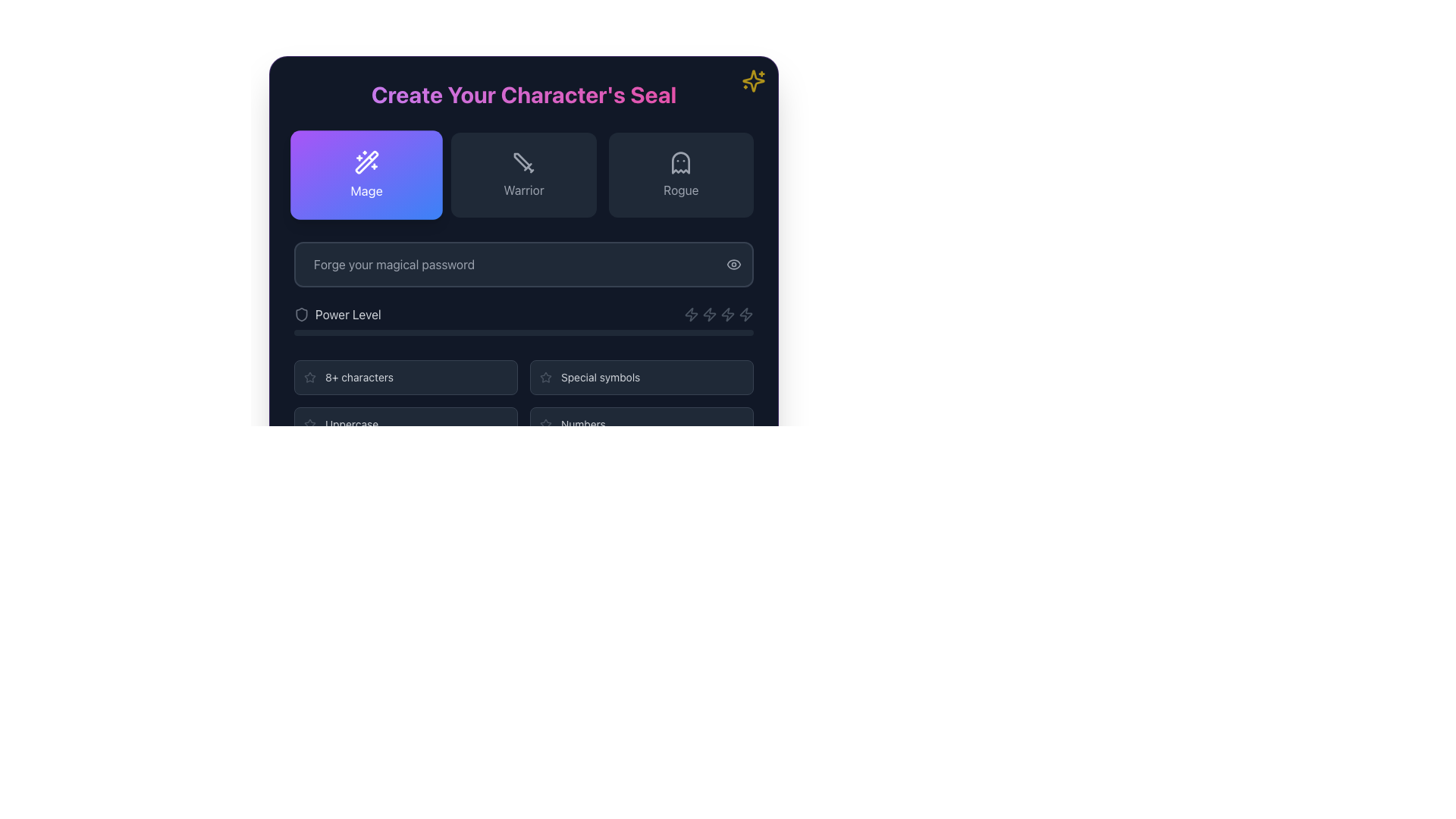  I want to click on the power energy icon, represented by a lightning bolt, located in the bottom-right corner of the 'Create Your Character's Seal' panel, so click(691, 314).